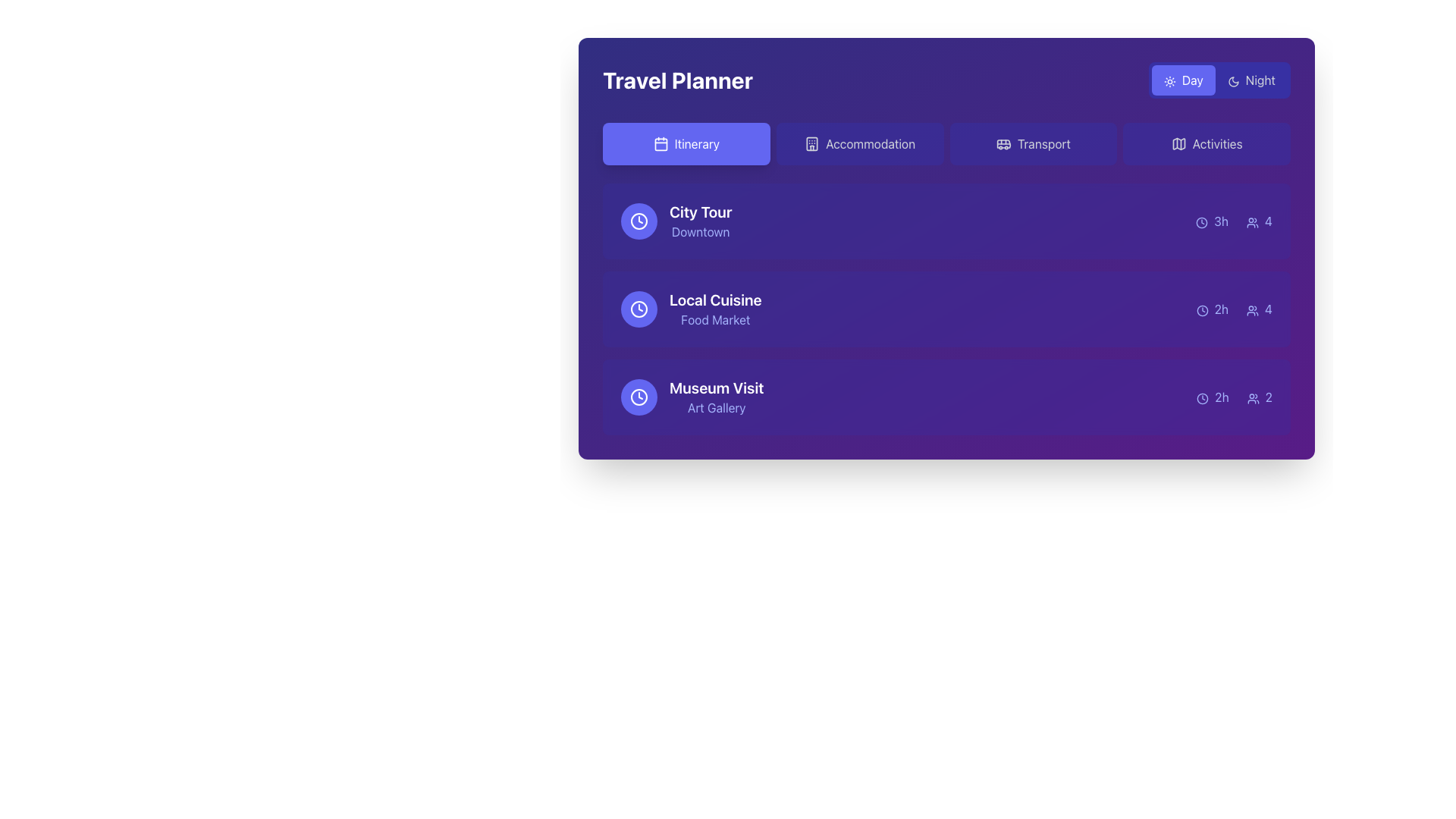  What do you see at coordinates (676, 80) in the screenshot?
I see `the text label that serves as a header or title for the travel planning panel, located at the top-left area of the interface` at bounding box center [676, 80].